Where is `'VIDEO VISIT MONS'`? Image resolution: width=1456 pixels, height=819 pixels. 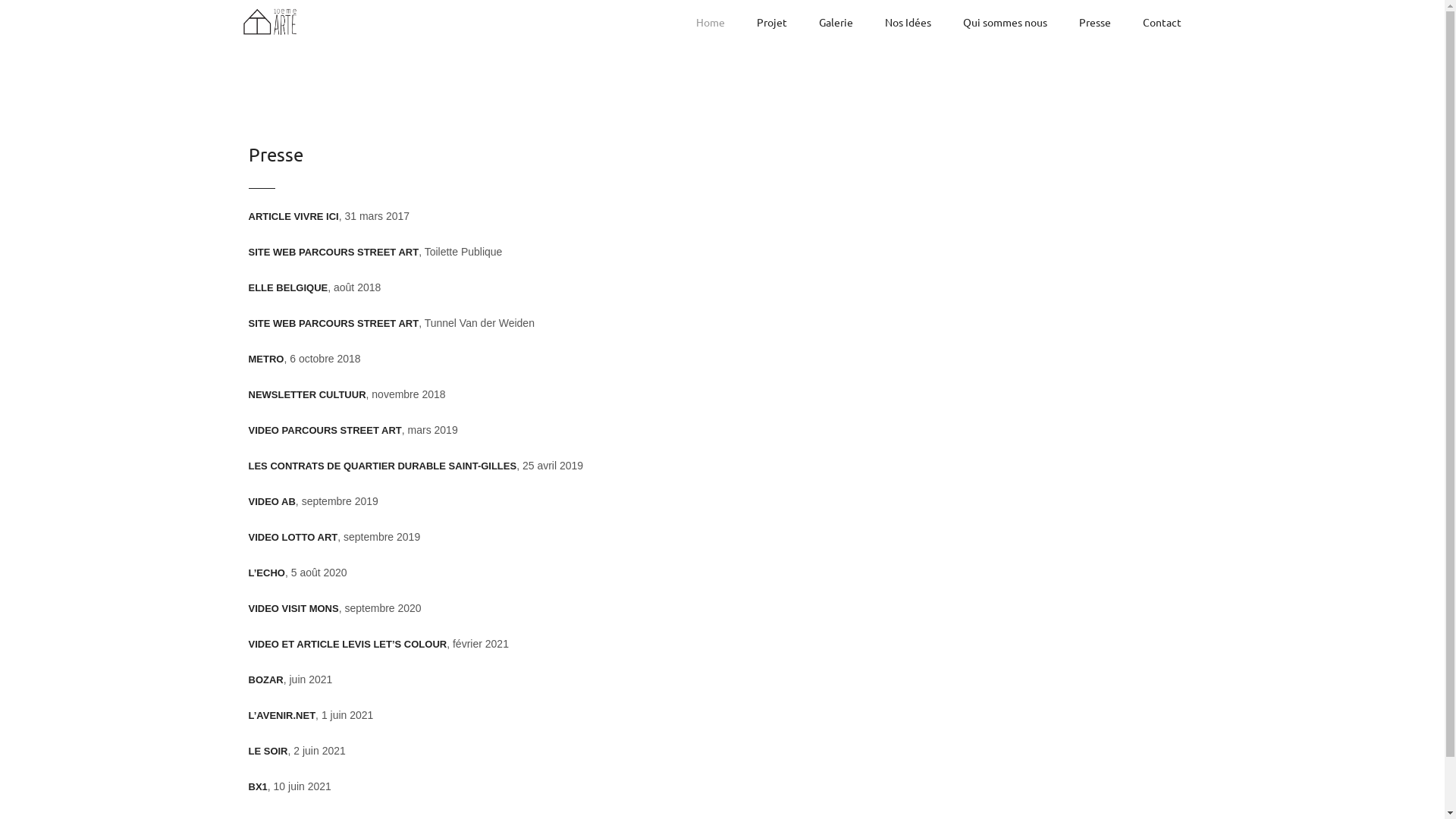
'VIDEO VISIT MONS' is located at coordinates (293, 607).